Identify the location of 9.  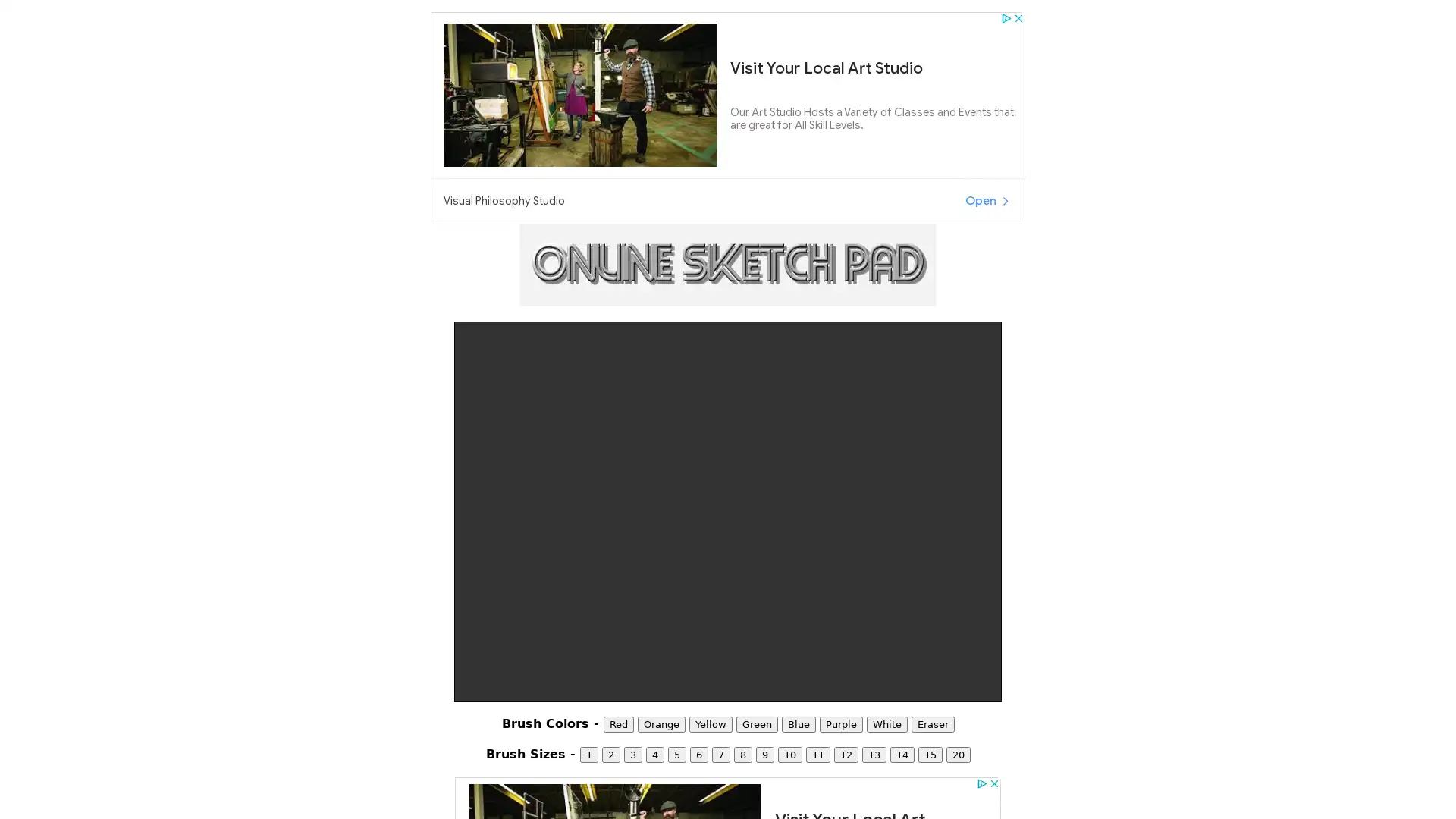
(764, 755).